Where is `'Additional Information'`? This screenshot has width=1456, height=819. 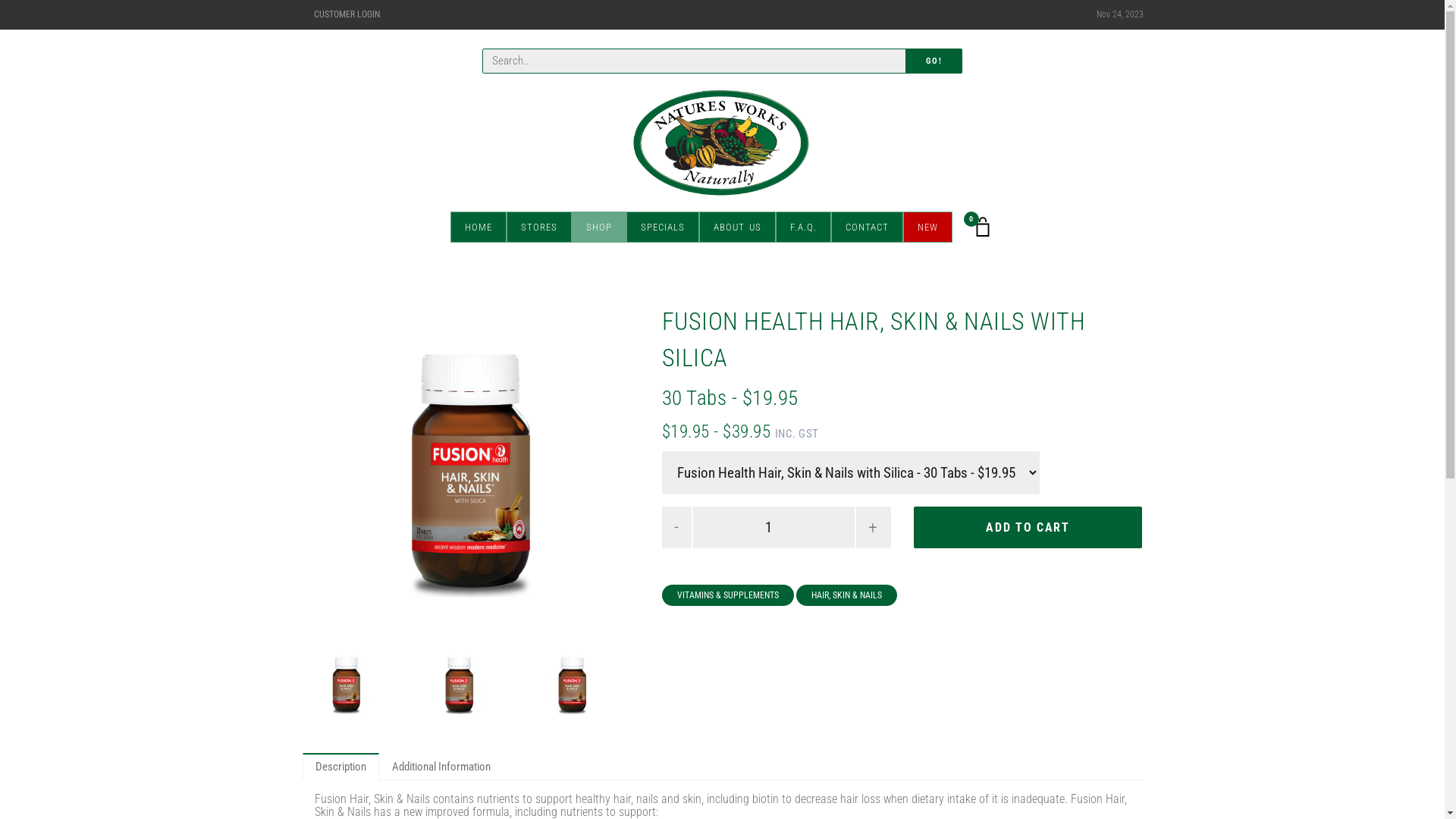 'Additional Information' is located at coordinates (440, 766).